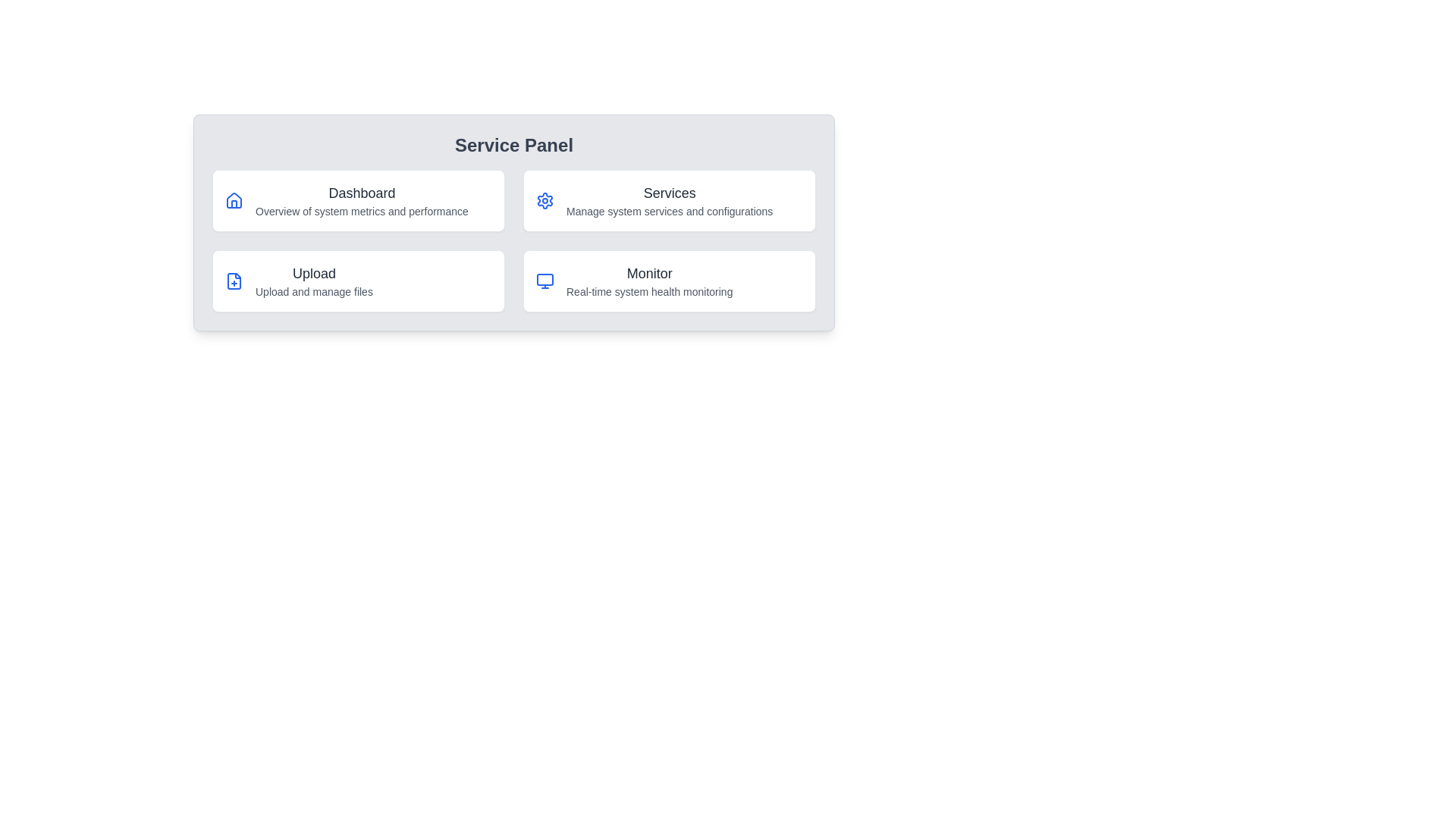  Describe the element at coordinates (545, 280) in the screenshot. I see `the decorative graphical element styled as a monitor icon, which is part of the 'Monitor' card in the Service Panel interface` at that location.